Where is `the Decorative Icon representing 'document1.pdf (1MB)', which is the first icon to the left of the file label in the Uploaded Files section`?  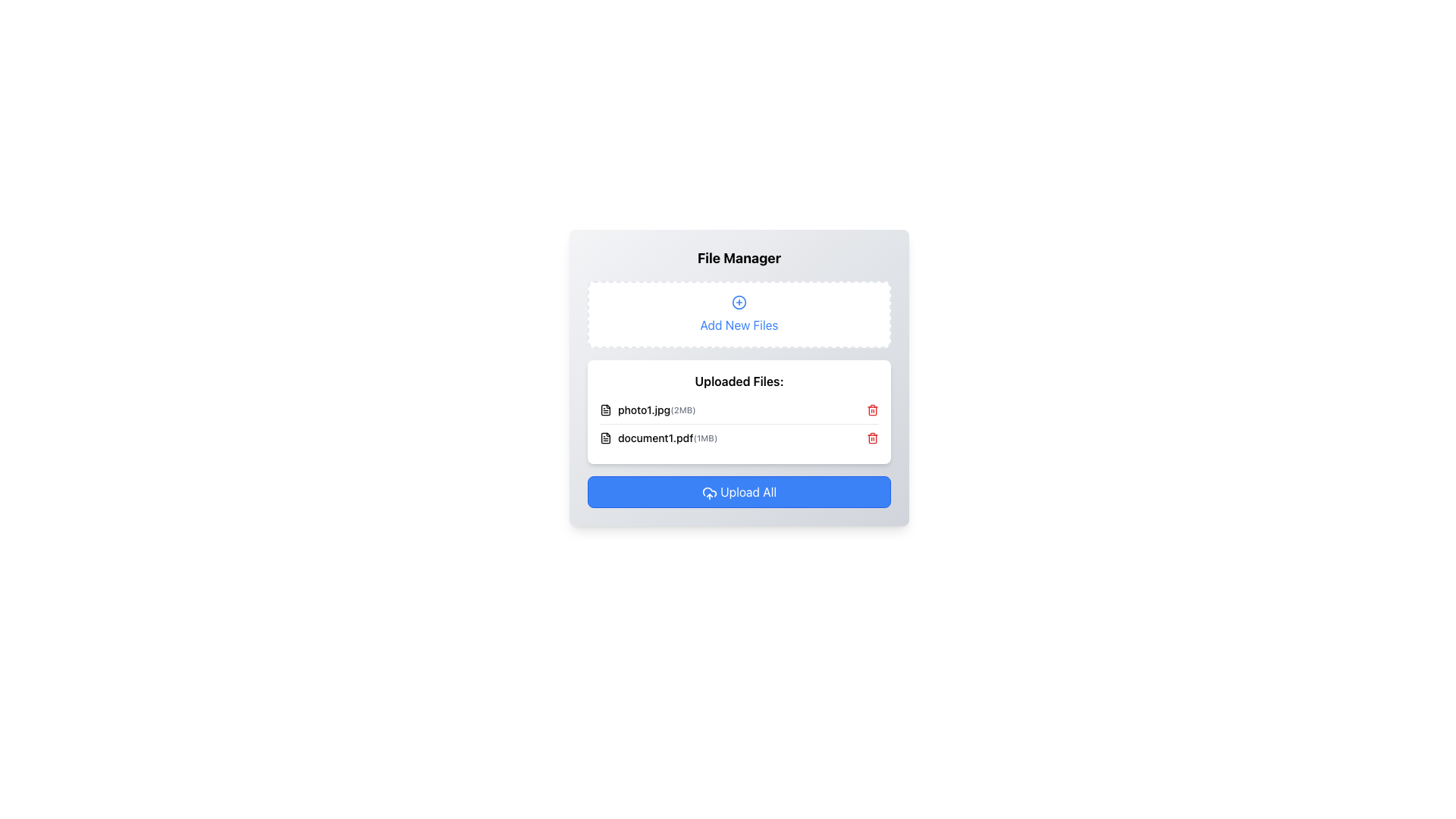 the Decorative Icon representing 'document1.pdf (1MB)', which is the first icon to the left of the file label in the Uploaded Files section is located at coordinates (604, 438).